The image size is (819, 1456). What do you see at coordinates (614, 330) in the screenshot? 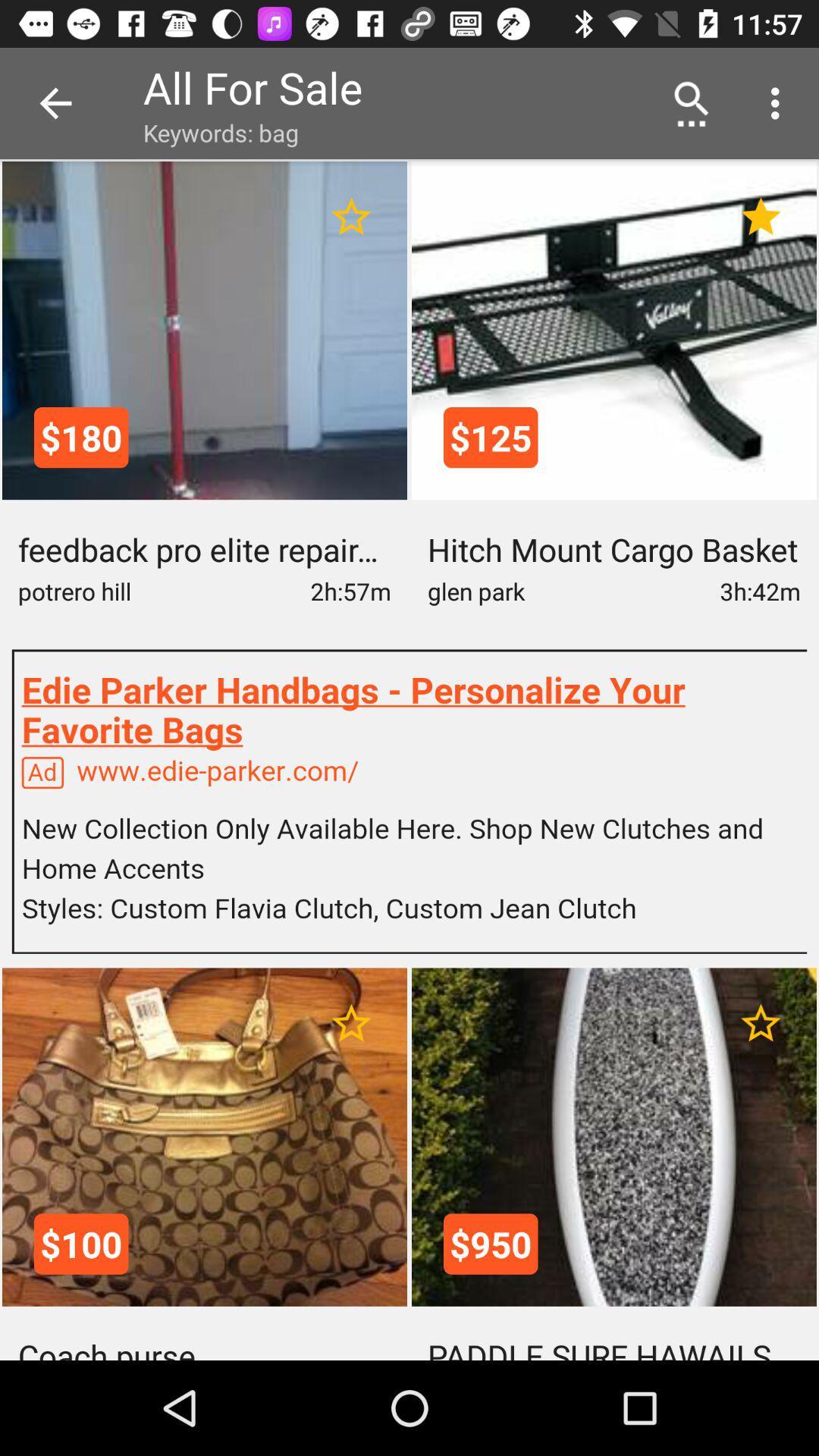
I see `the image containing 125` at bounding box center [614, 330].